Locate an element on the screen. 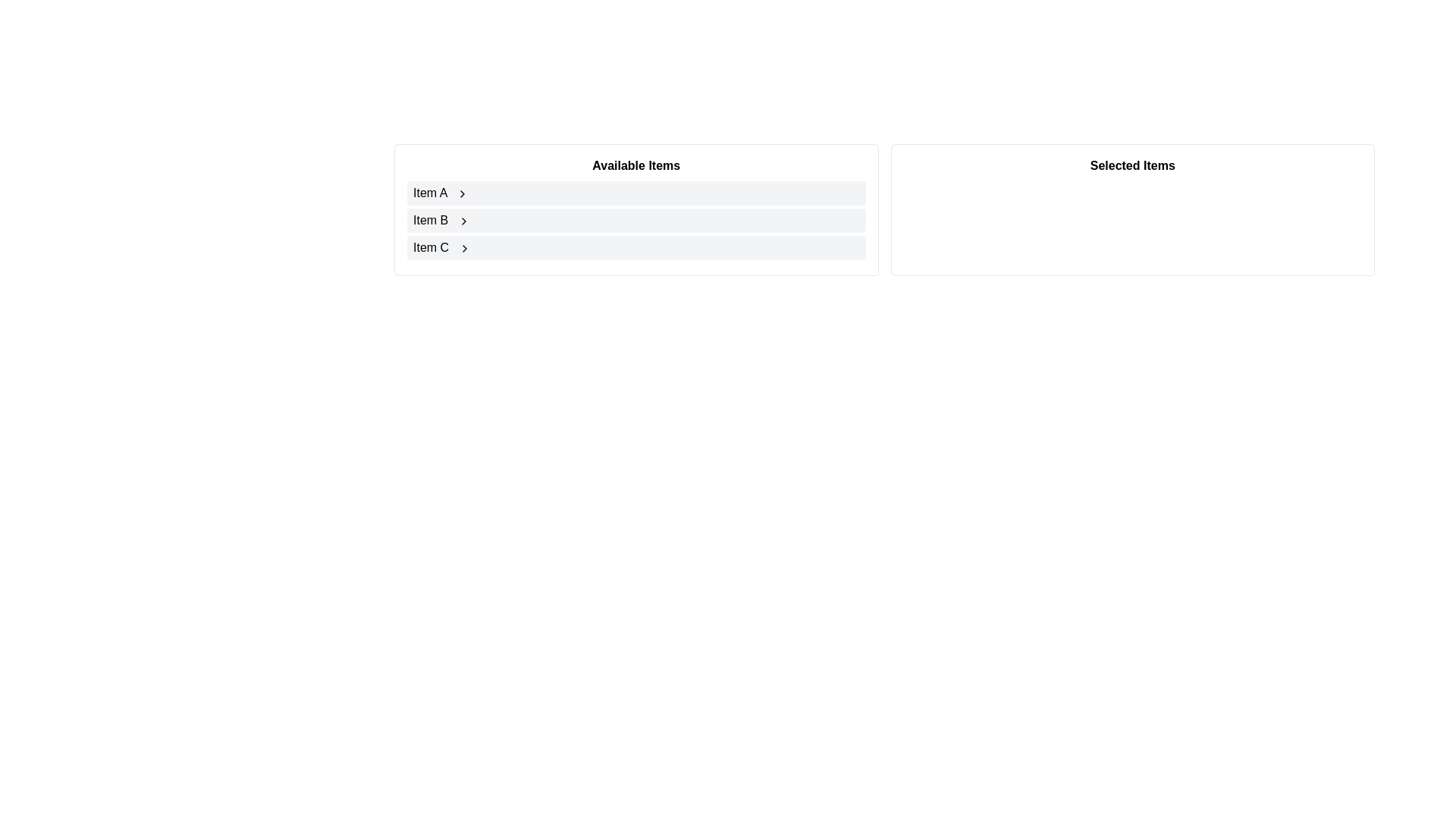  the third interactive list item in the 'Available Items' section is located at coordinates (636, 247).